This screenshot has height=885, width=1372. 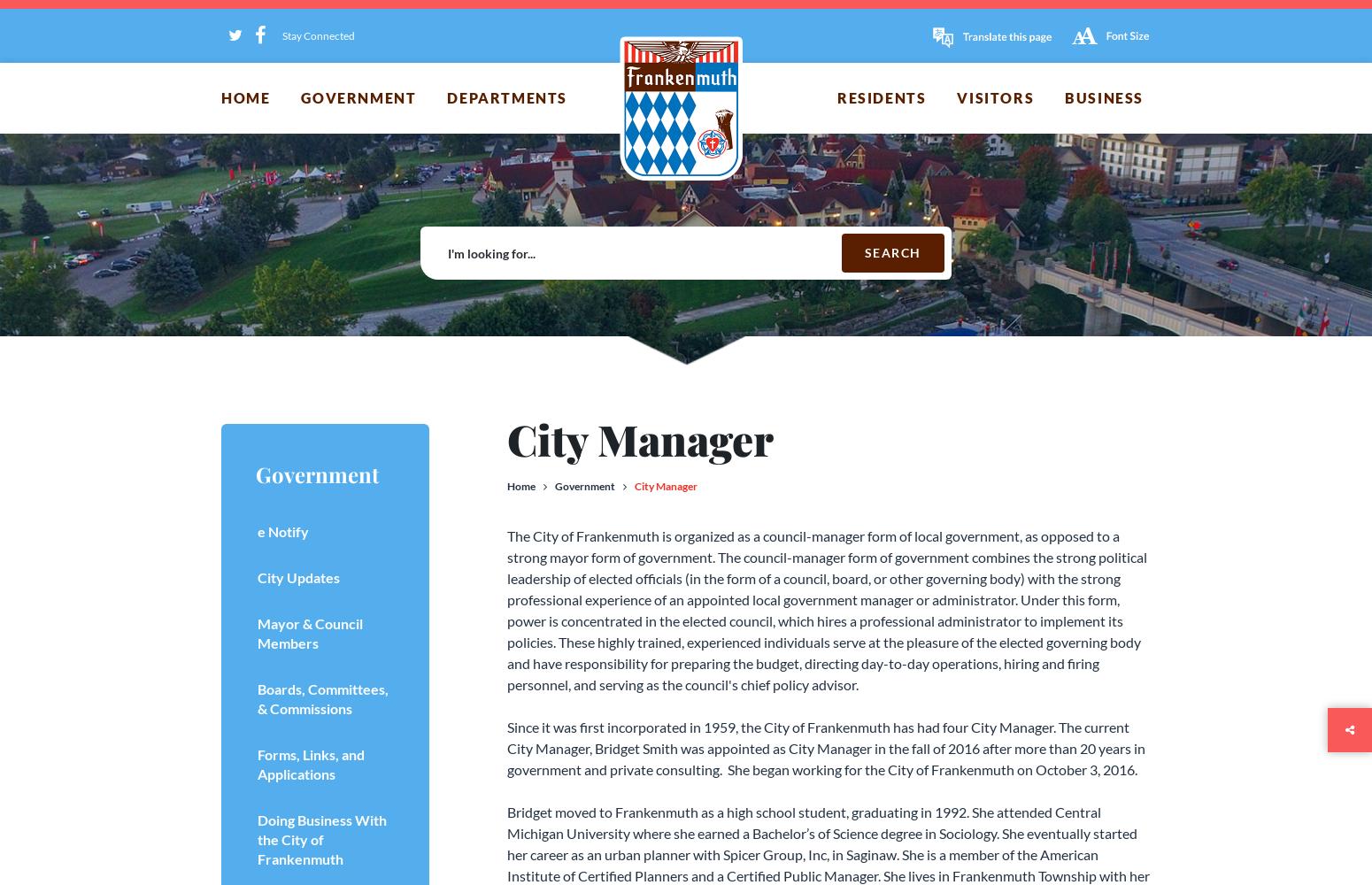 I want to click on 'Boards, Committees, & Commissions', so click(x=257, y=698).